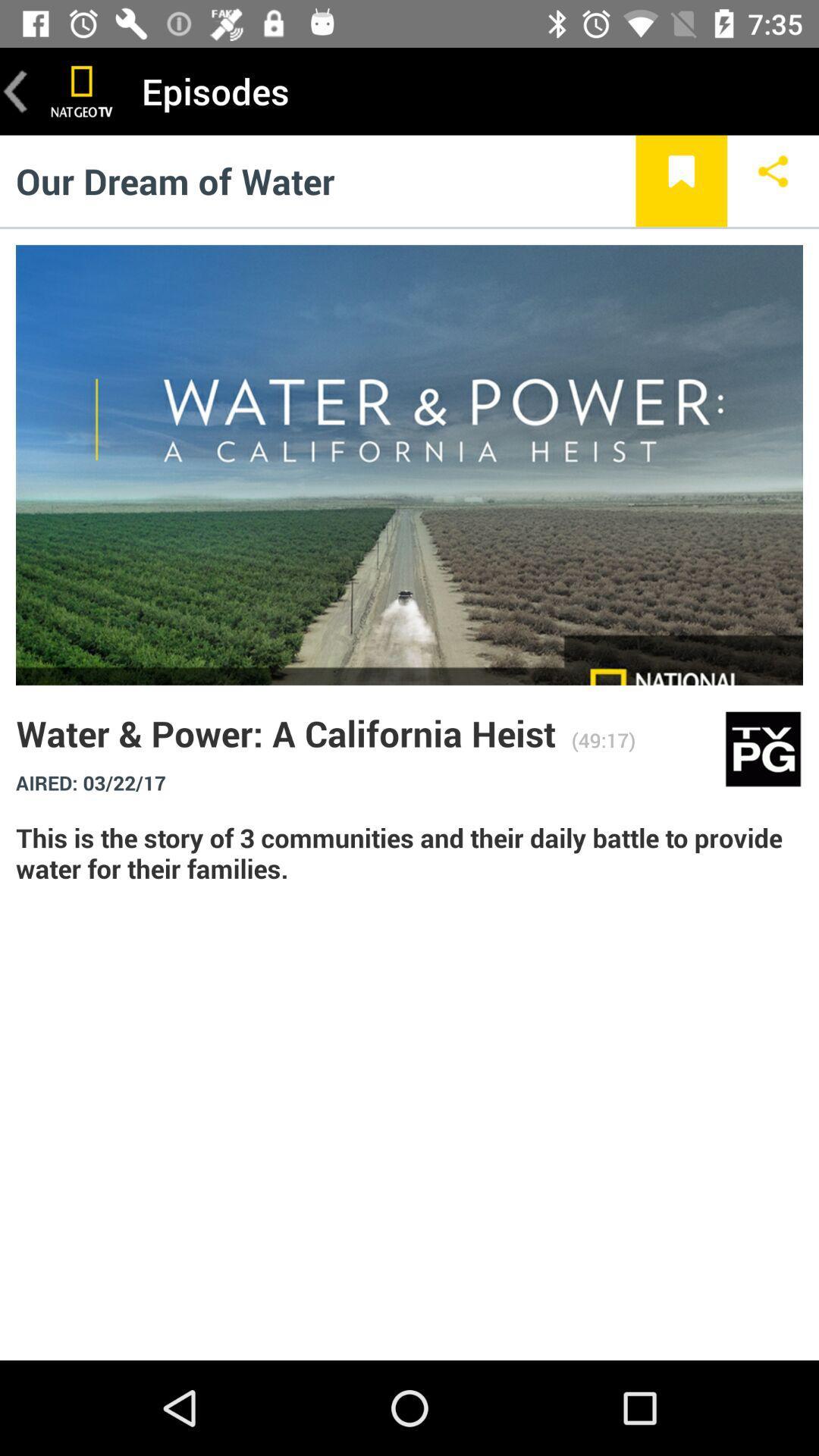  Describe the element at coordinates (82, 90) in the screenshot. I see `home page` at that location.